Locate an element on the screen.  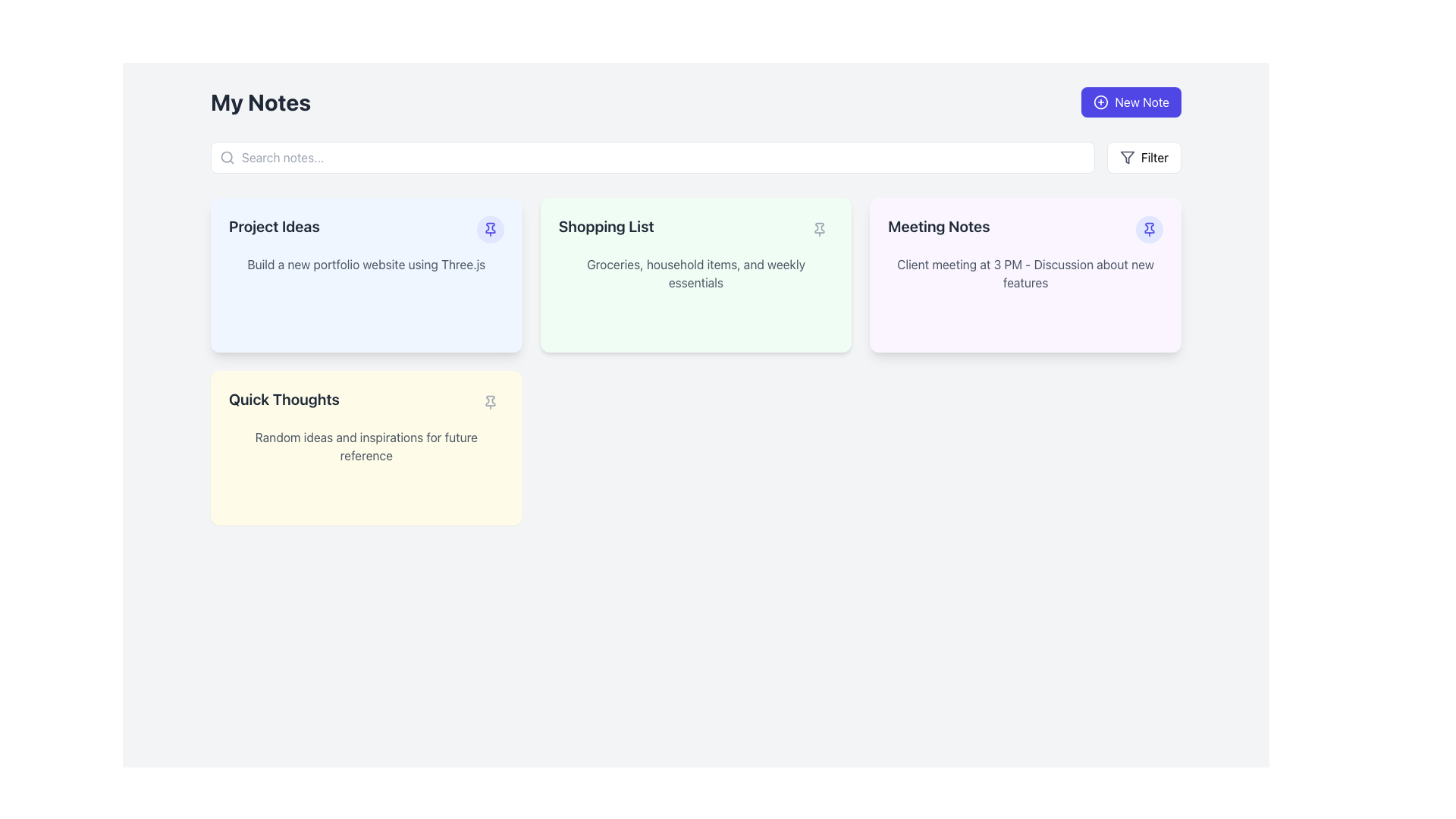
to select the 'Project Ideas' card, which is the first card in the grid layout representing a note or task about building a new portfolio website is located at coordinates (366, 275).